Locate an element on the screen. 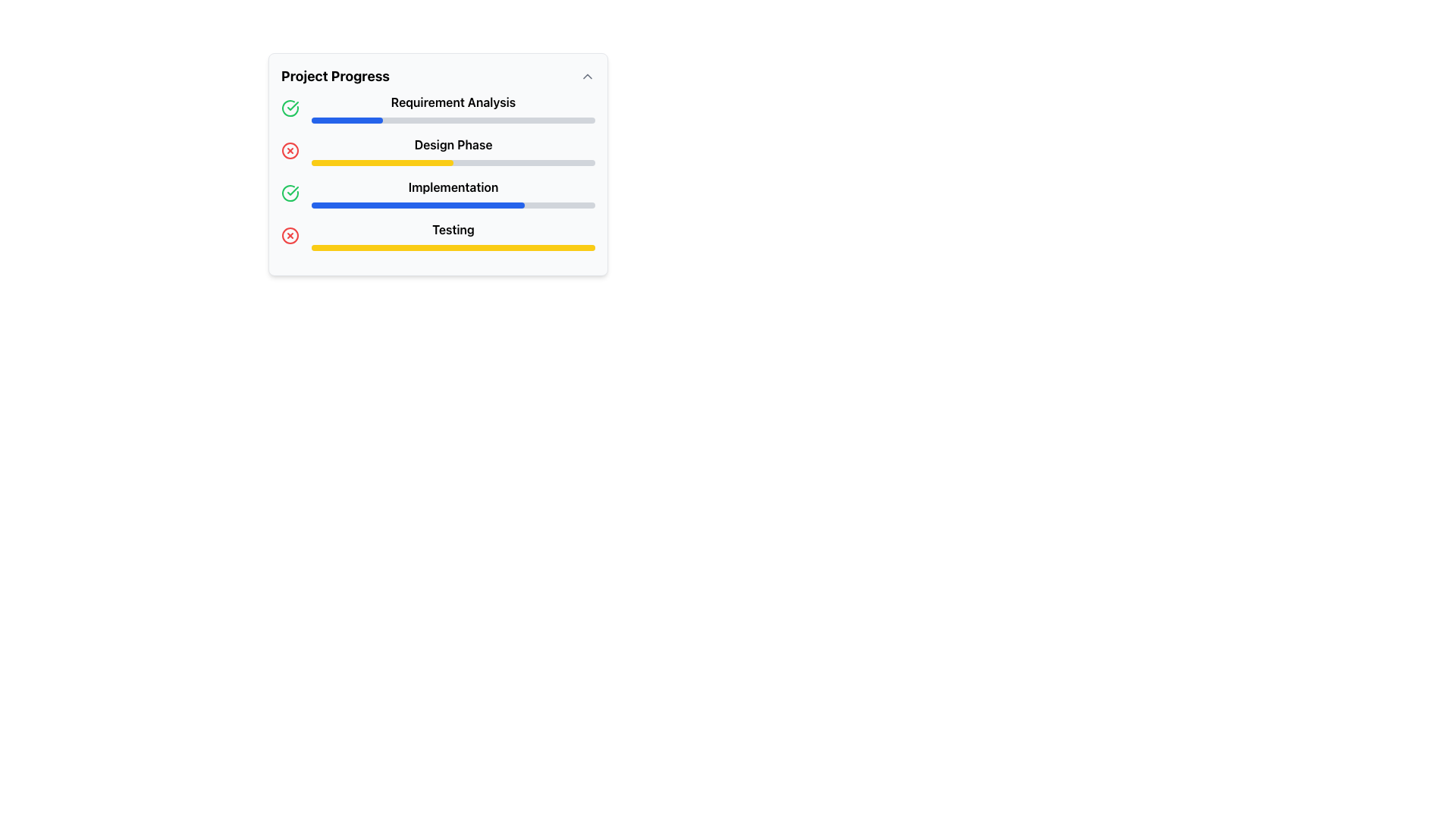 This screenshot has width=1456, height=819. the 'Design Phase' section header that is styled as a bold title in the project progress list, which features a partially filled yellow progress indicator below it is located at coordinates (437, 151).